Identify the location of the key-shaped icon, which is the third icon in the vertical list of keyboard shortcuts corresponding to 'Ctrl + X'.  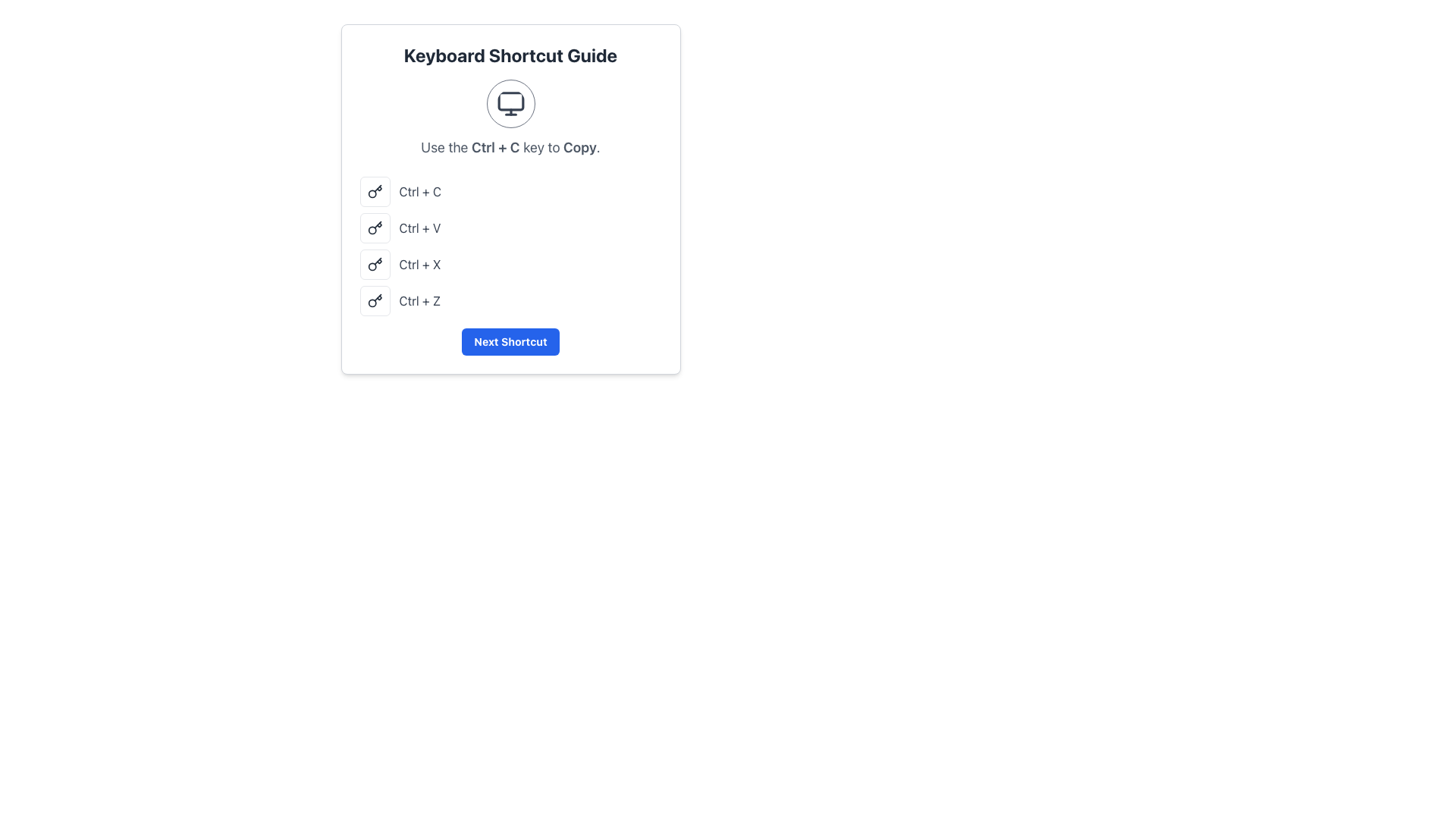
(375, 263).